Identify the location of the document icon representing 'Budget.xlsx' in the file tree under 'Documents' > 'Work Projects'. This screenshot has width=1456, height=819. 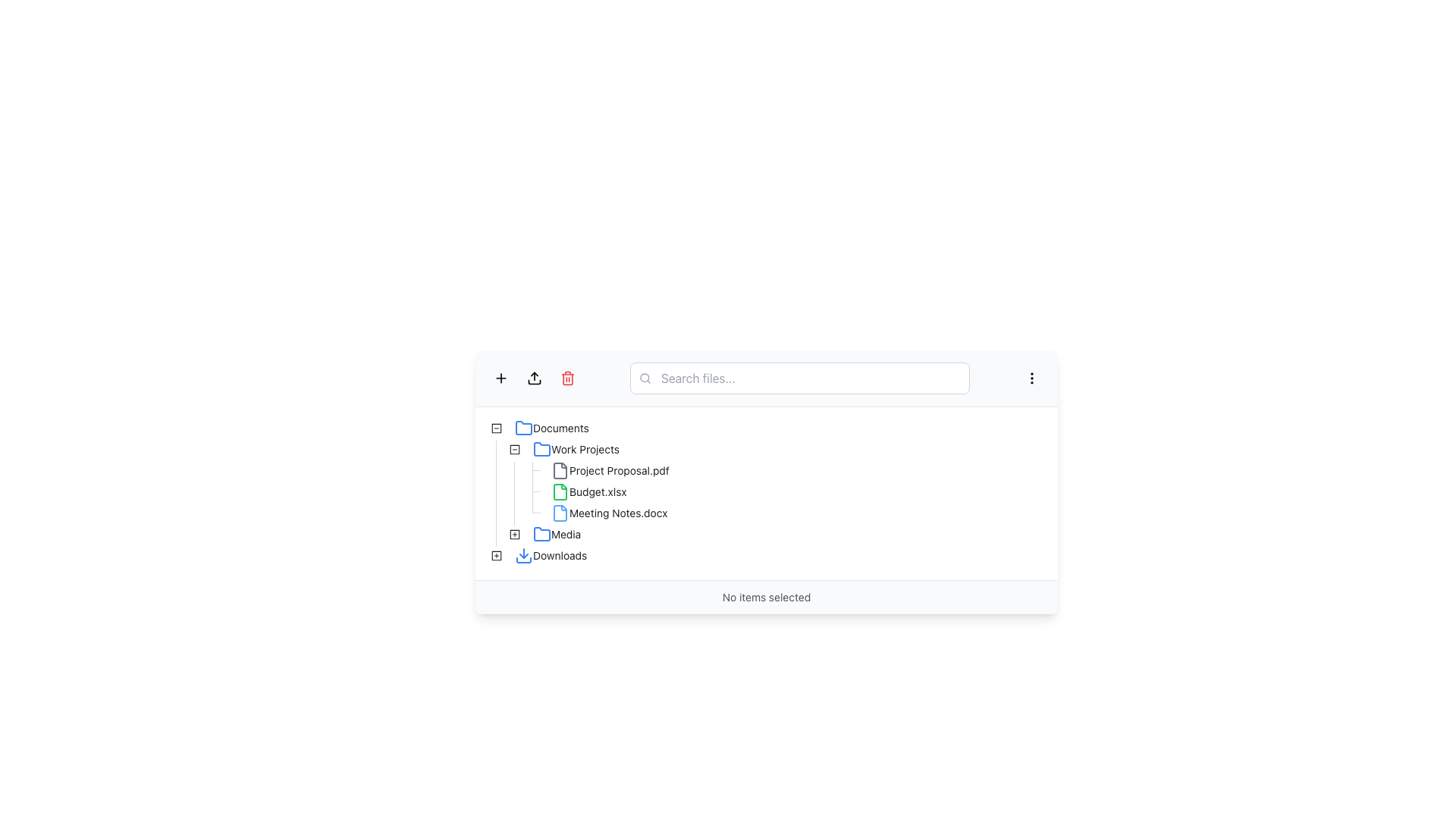
(560, 491).